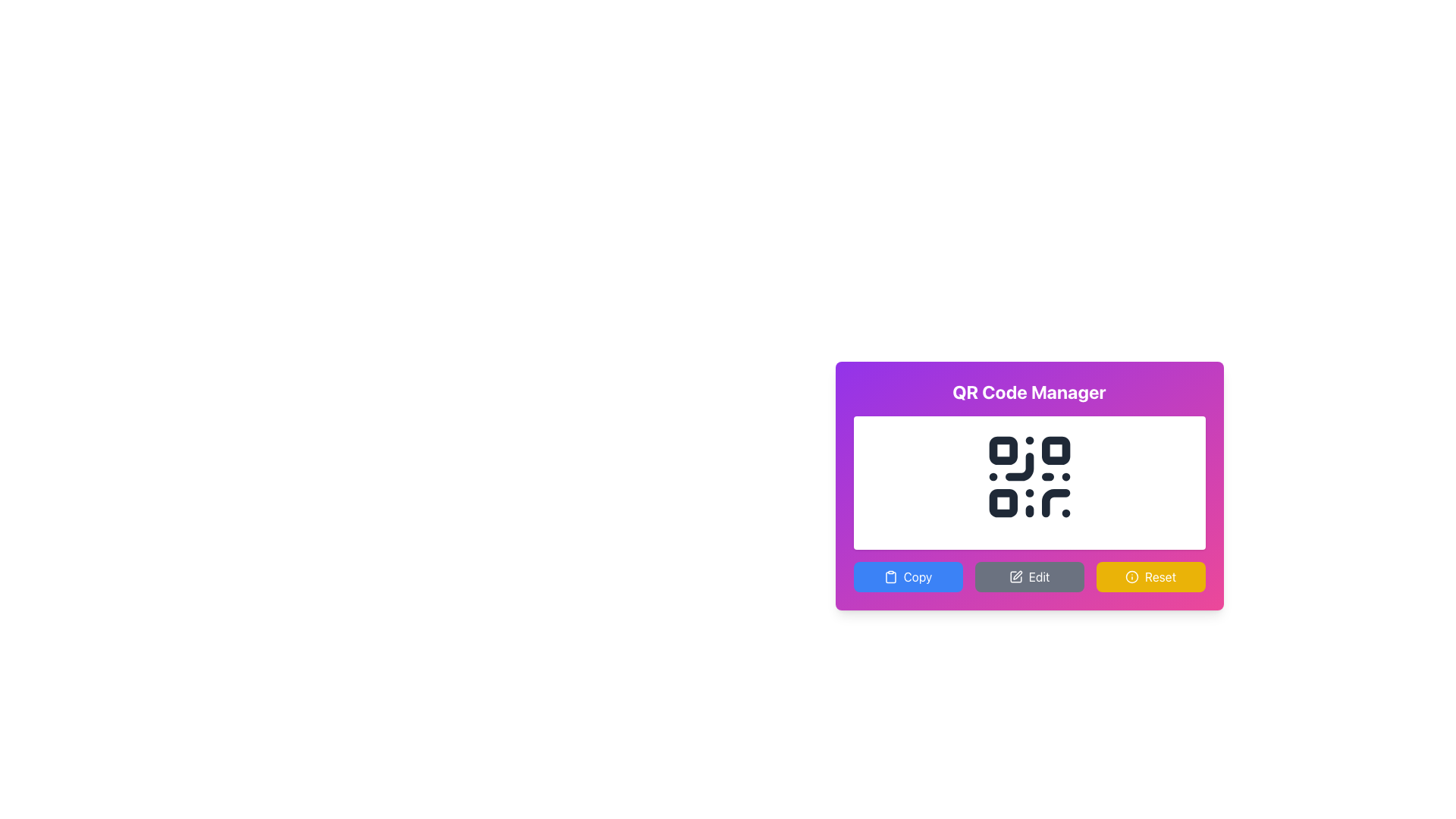  I want to click on the first rounded square in the QR code graphic located in the upper-left corner of the QR Code Manager widget, so click(1003, 450).